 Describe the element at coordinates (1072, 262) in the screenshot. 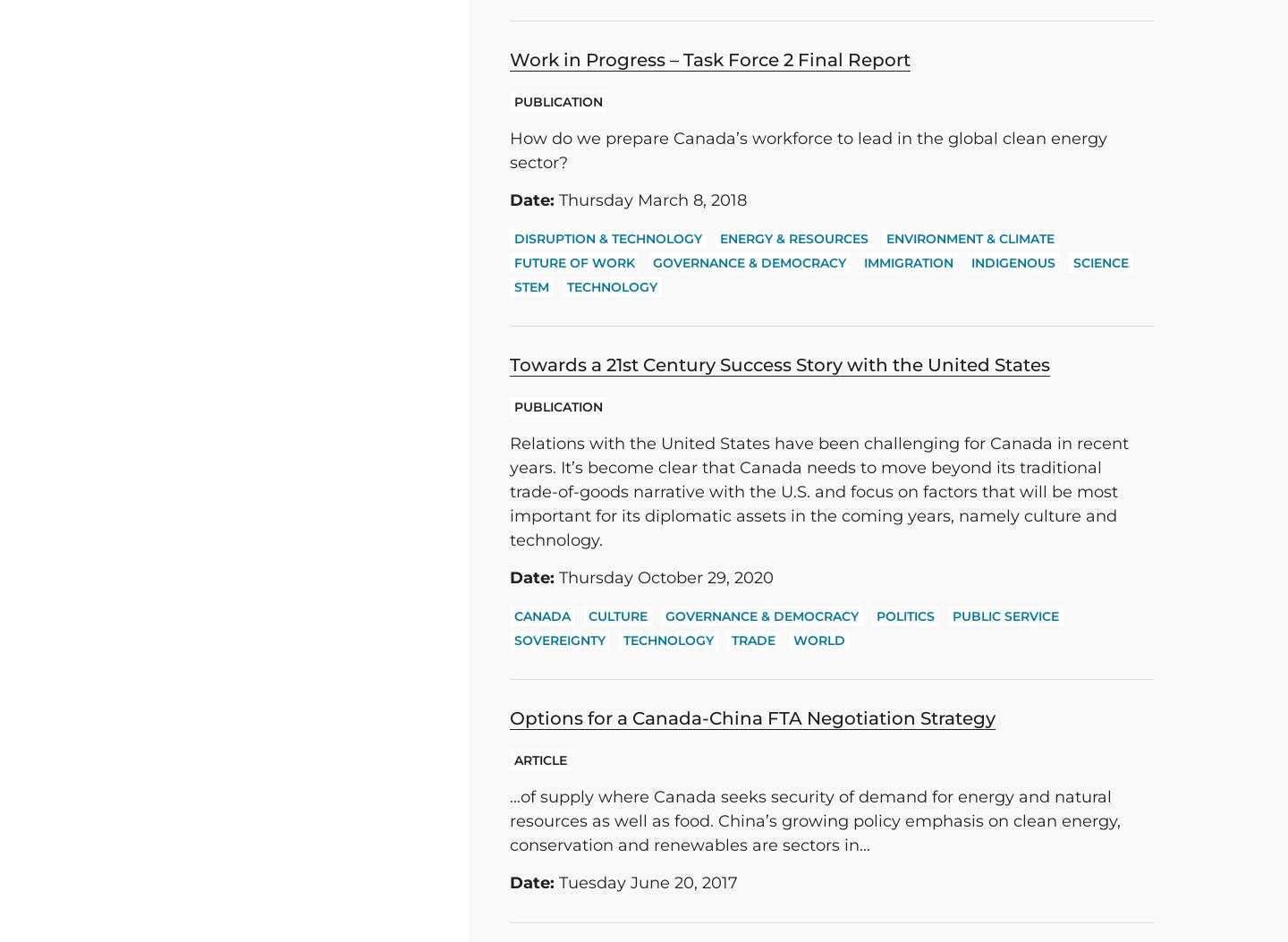

I see `'Science'` at that location.